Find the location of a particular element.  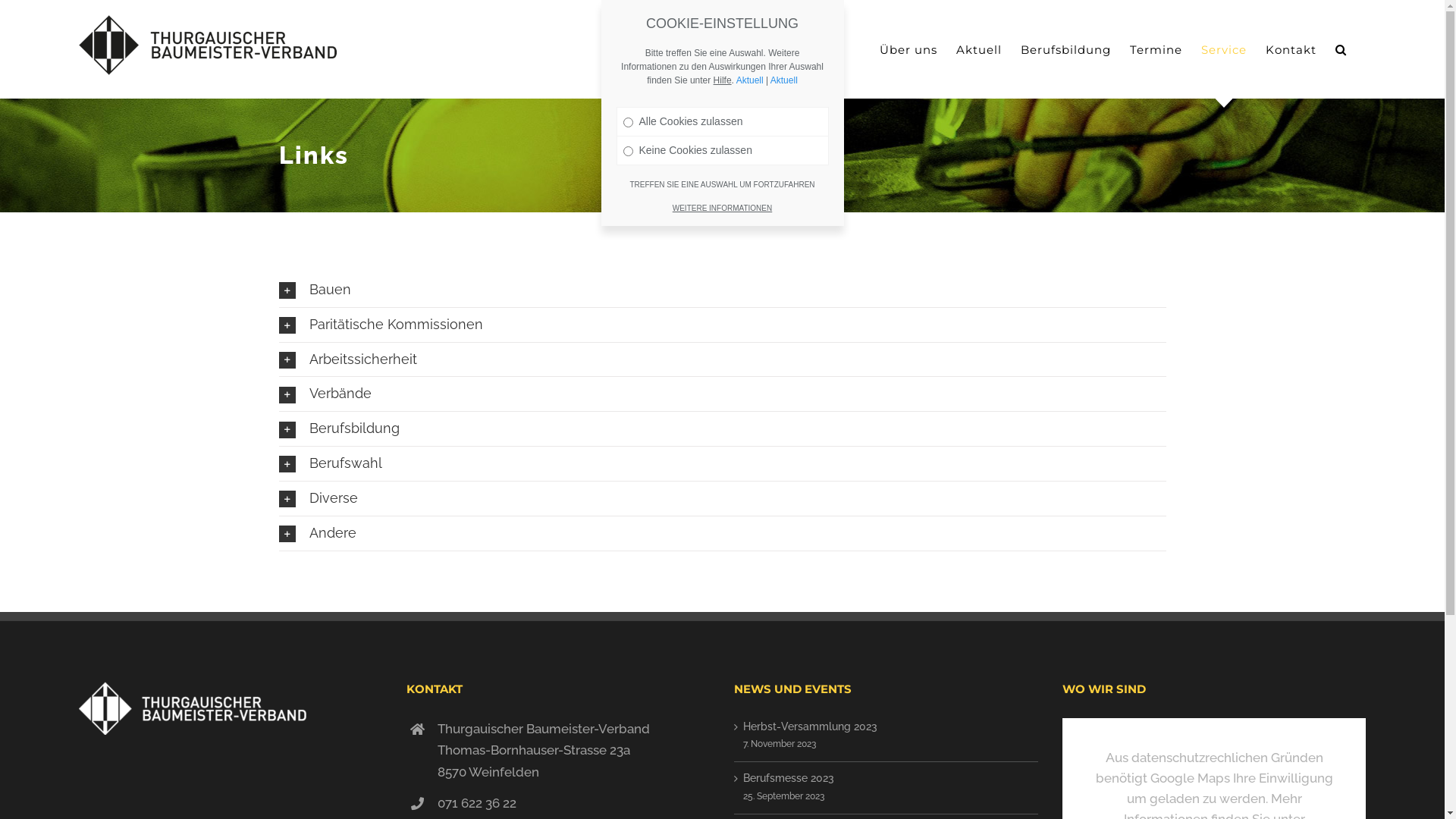

'Berufsbildung' is located at coordinates (1065, 49).